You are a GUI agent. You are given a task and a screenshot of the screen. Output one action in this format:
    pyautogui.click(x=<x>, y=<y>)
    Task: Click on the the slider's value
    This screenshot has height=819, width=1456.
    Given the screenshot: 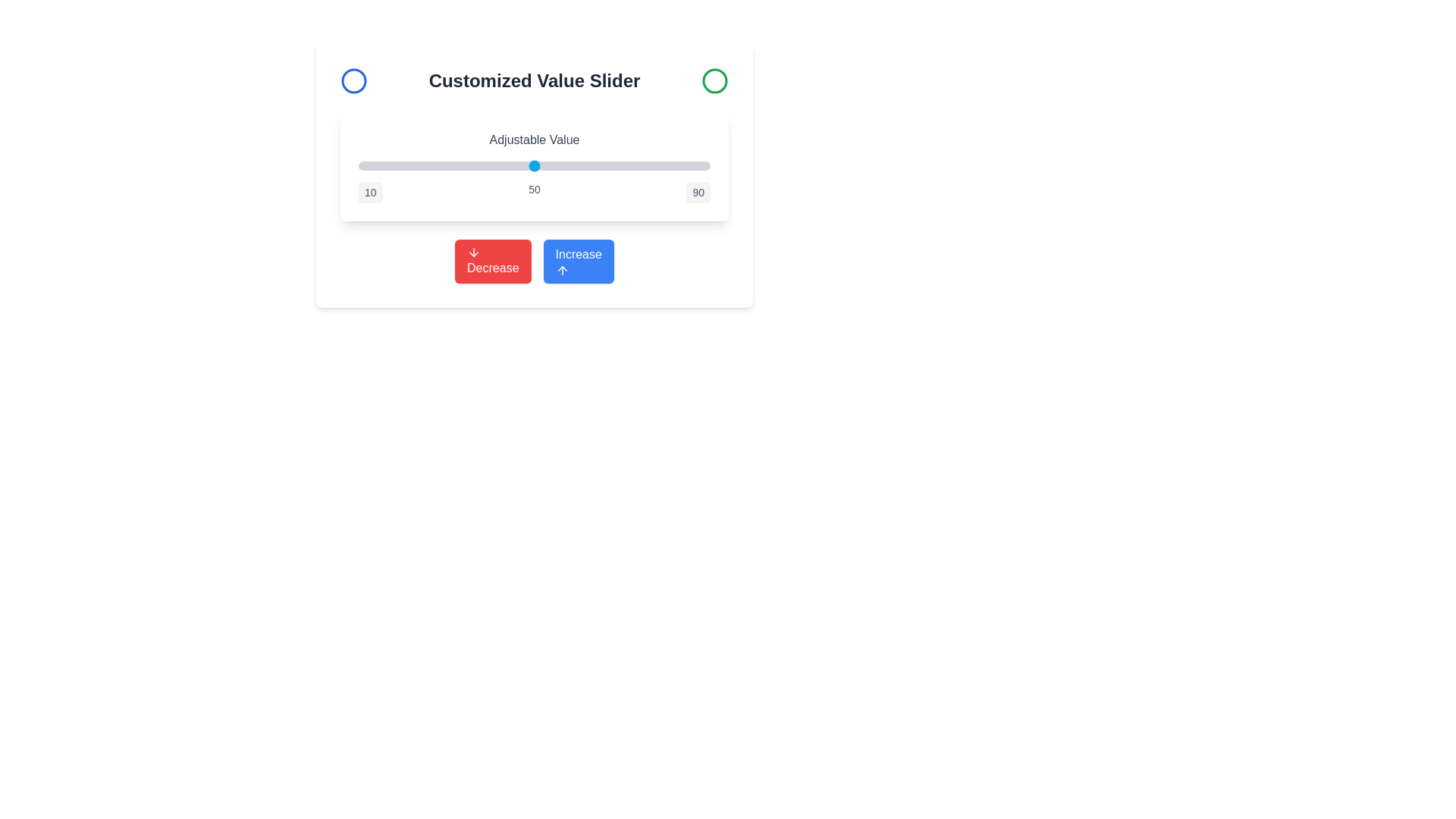 What is the action you would take?
    pyautogui.click(x=535, y=166)
    